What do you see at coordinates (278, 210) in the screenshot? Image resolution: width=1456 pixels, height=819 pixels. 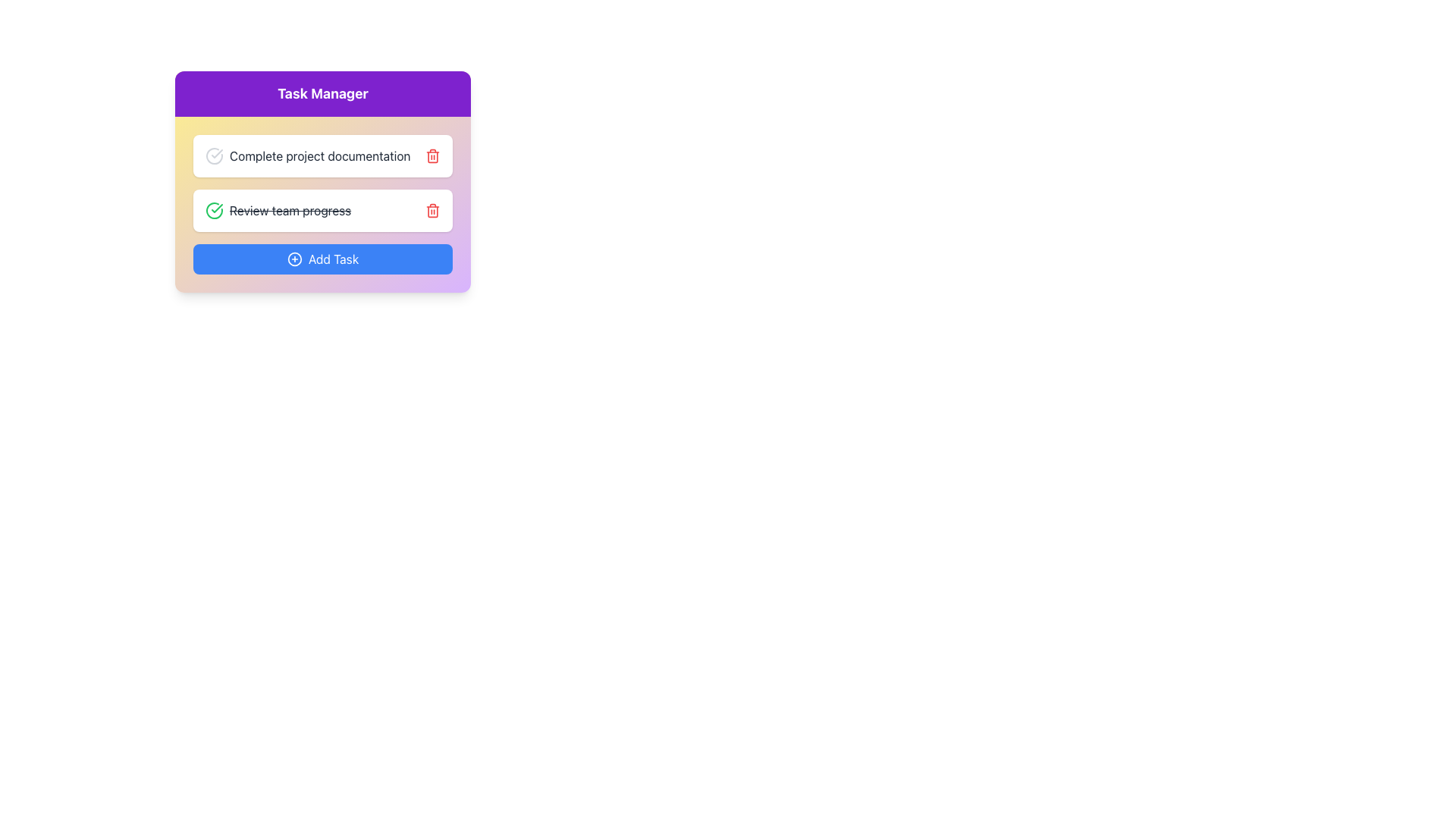 I see `description of the second task item in the task manager interface, which is marked as completed` at bounding box center [278, 210].